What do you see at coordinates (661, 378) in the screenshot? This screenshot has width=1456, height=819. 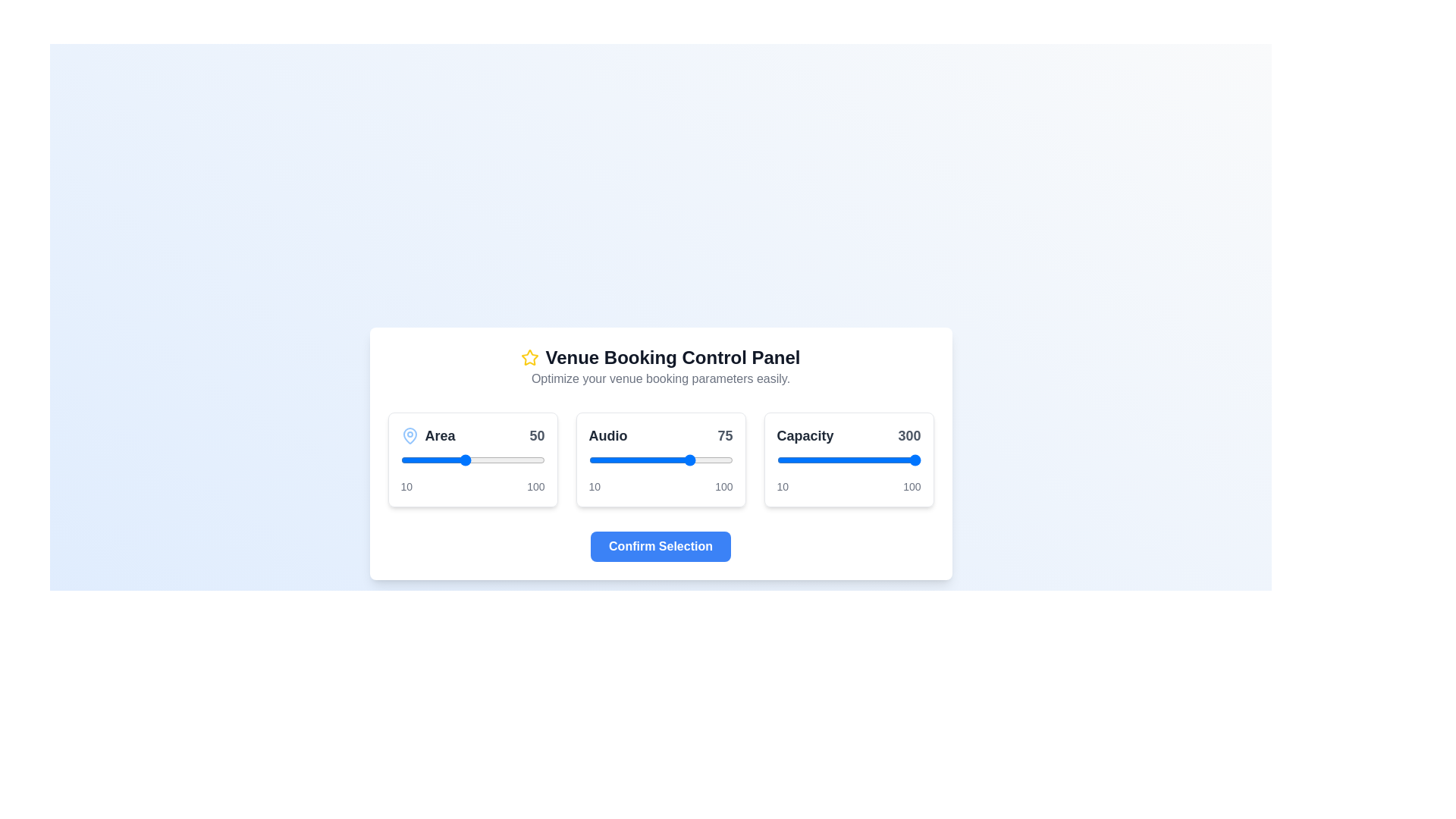 I see `the static text element displaying 'Optimize your venue booking parameters easily.' located below the title 'Venue Booking Control Panel'` at bounding box center [661, 378].